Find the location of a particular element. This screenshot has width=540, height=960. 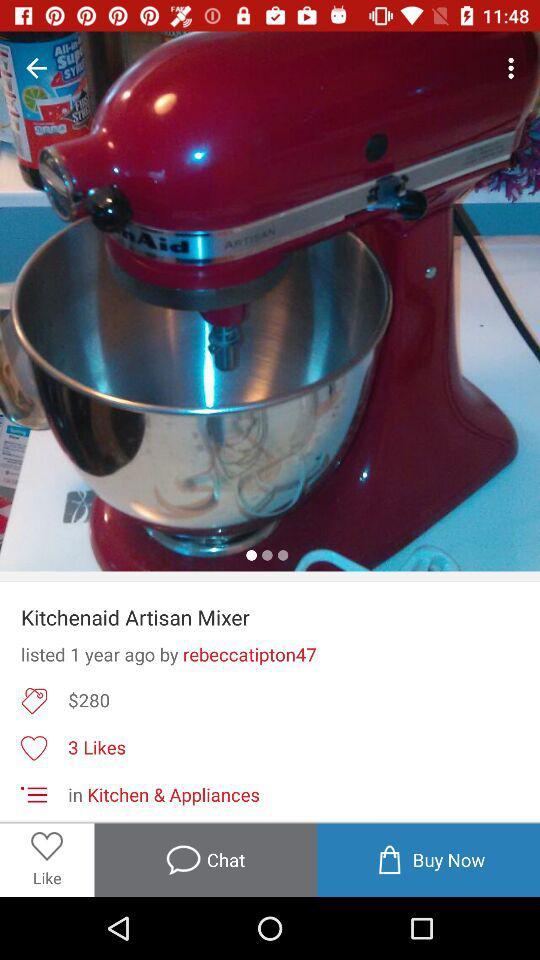

the icon right to like icon is located at coordinates (205, 859).